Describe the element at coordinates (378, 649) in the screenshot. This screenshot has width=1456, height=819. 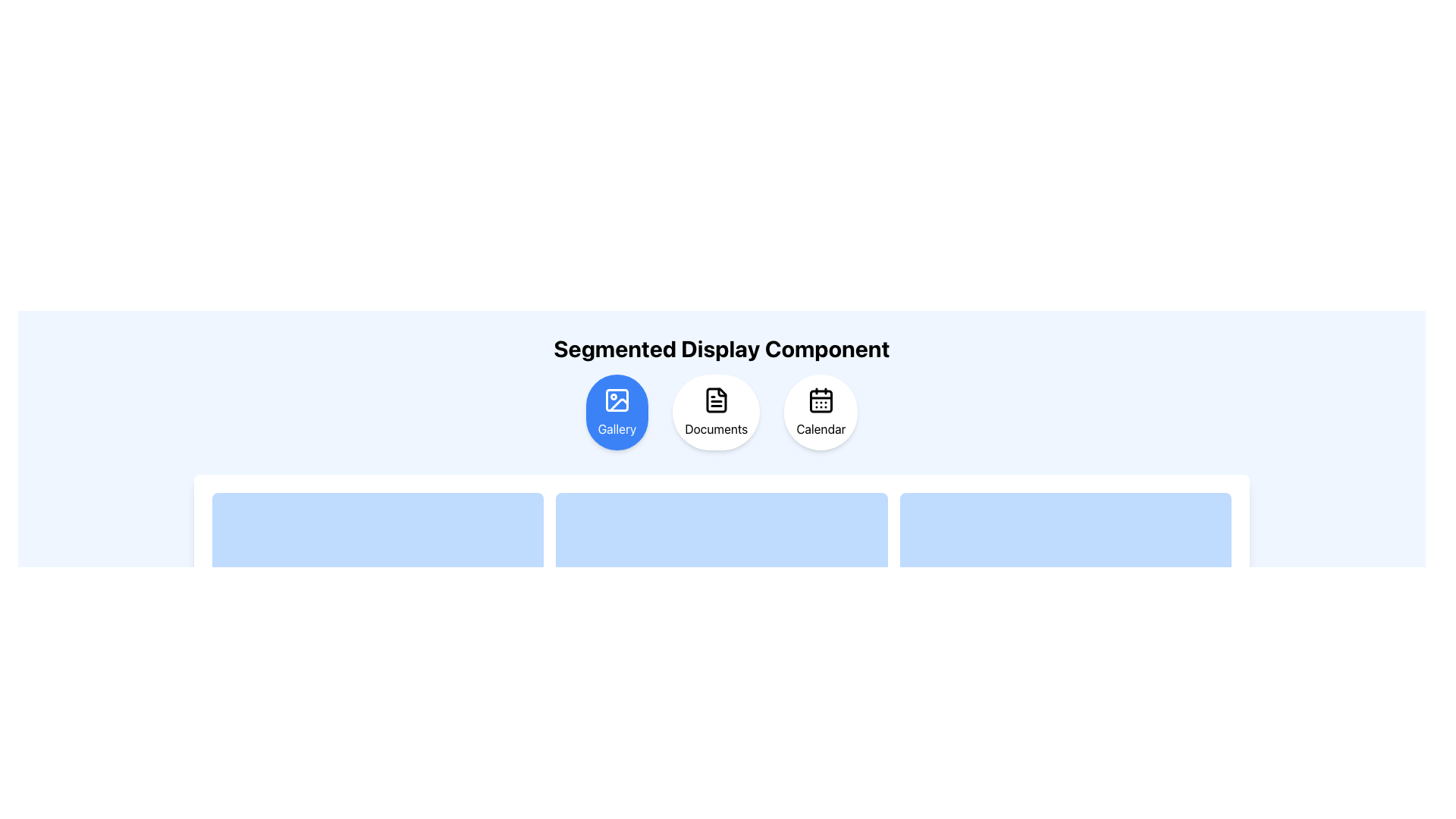
I see `the first element in the second row of the grid, which is a light blue card-like UI component with rounded corners` at that location.